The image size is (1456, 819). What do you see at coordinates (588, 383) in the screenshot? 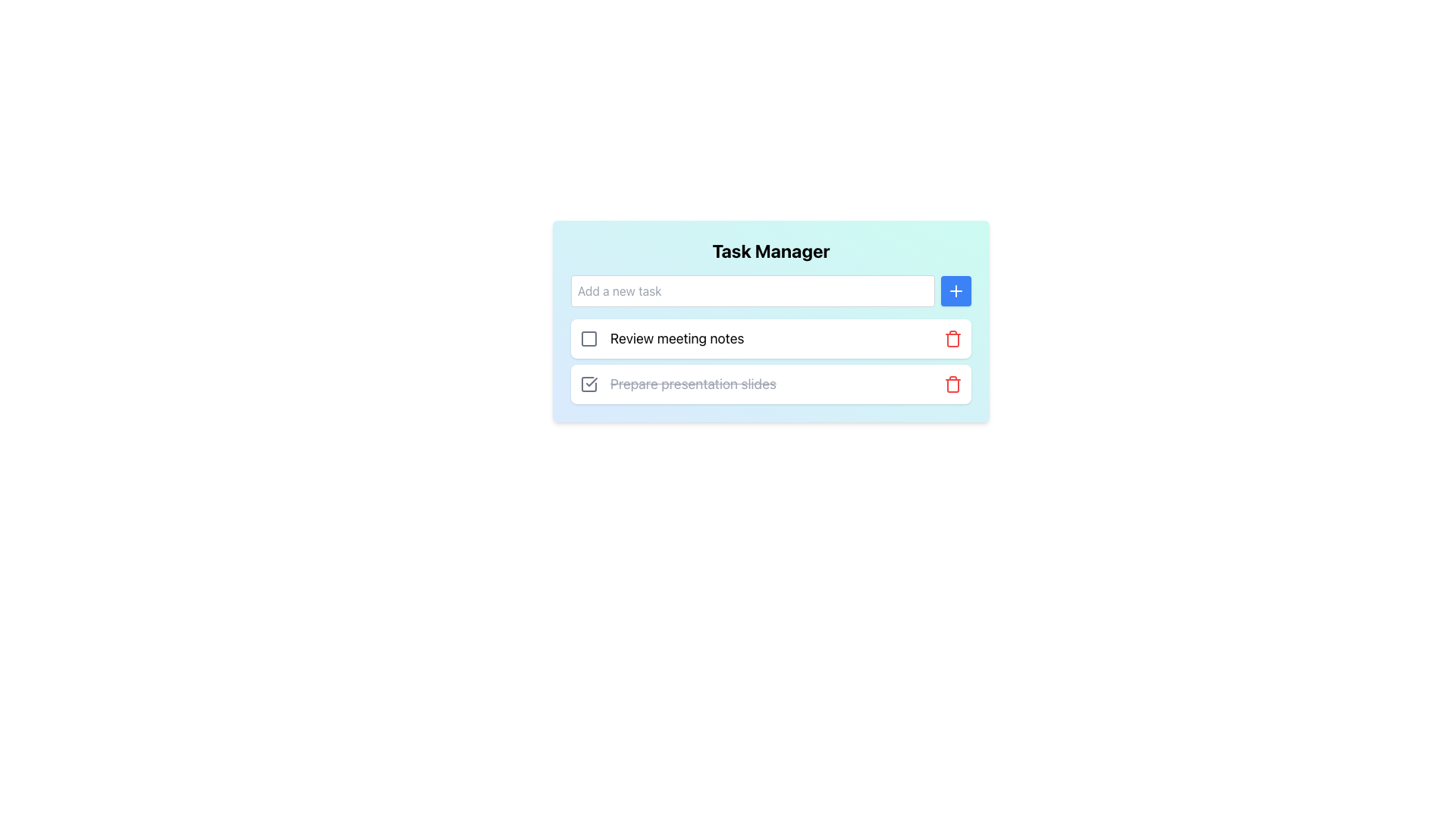
I see `the checkbox with a thin black border and checkmark symbol` at bounding box center [588, 383].